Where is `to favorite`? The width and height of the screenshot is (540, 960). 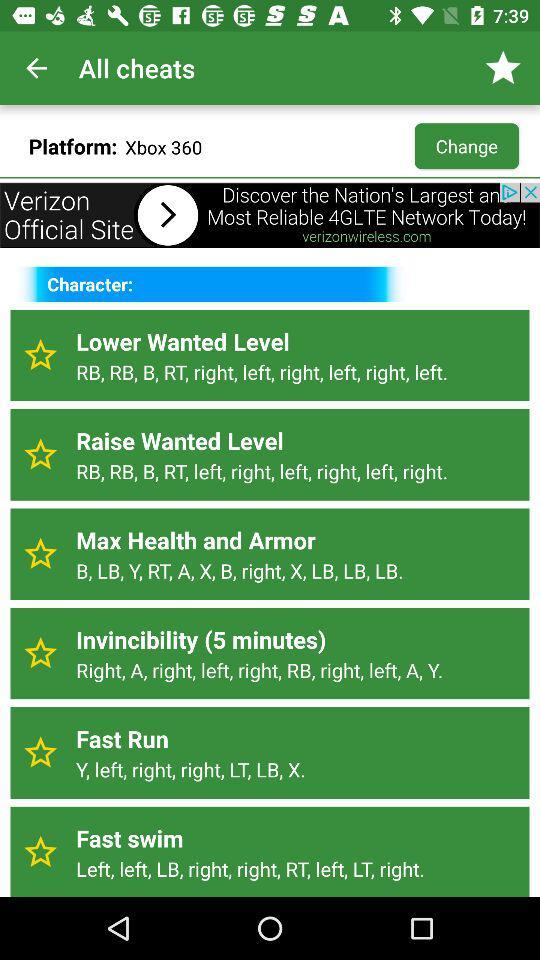 to favorite is located at coordinates (40, 454).